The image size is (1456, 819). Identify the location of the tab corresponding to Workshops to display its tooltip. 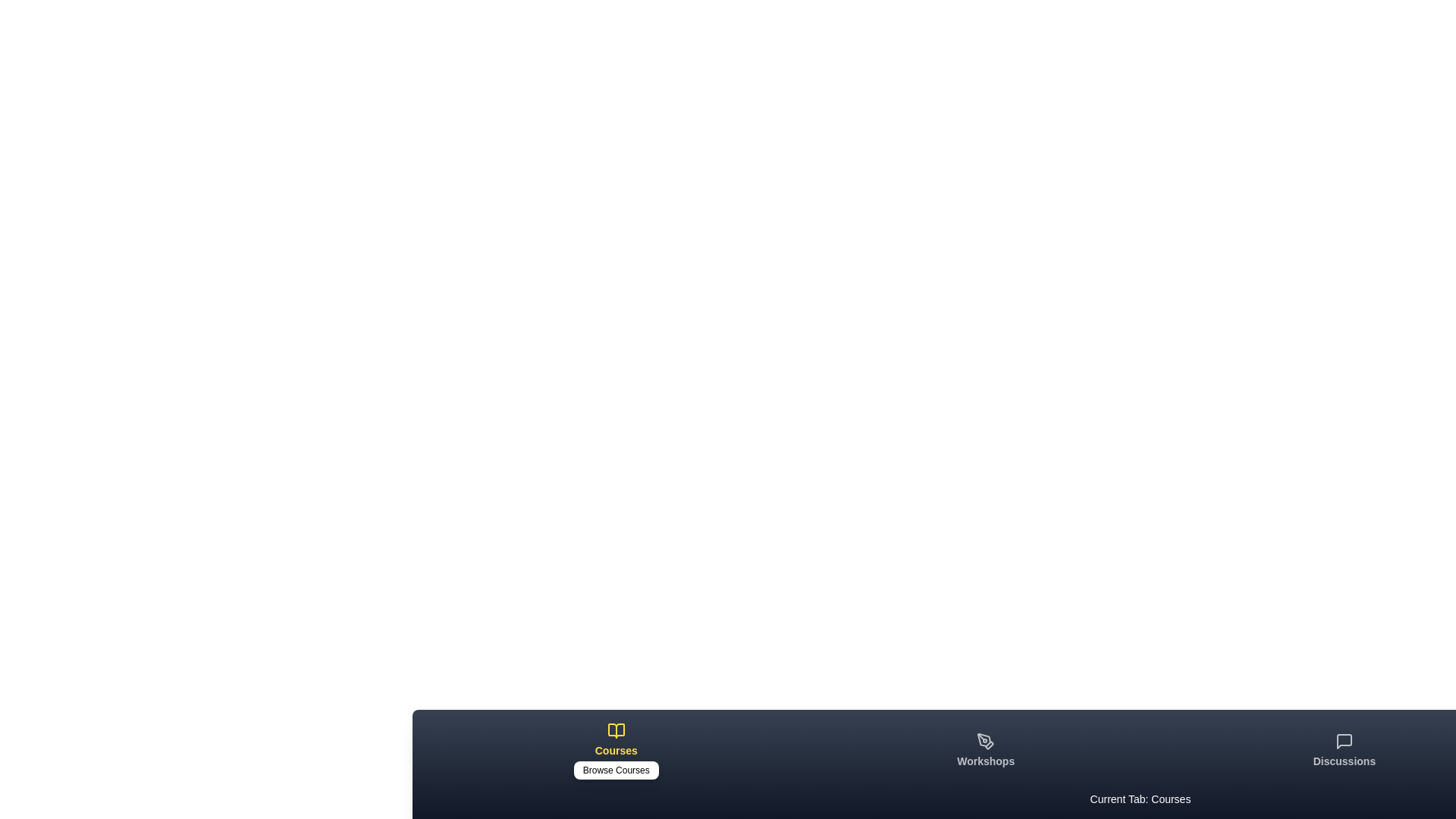
(986, 751).